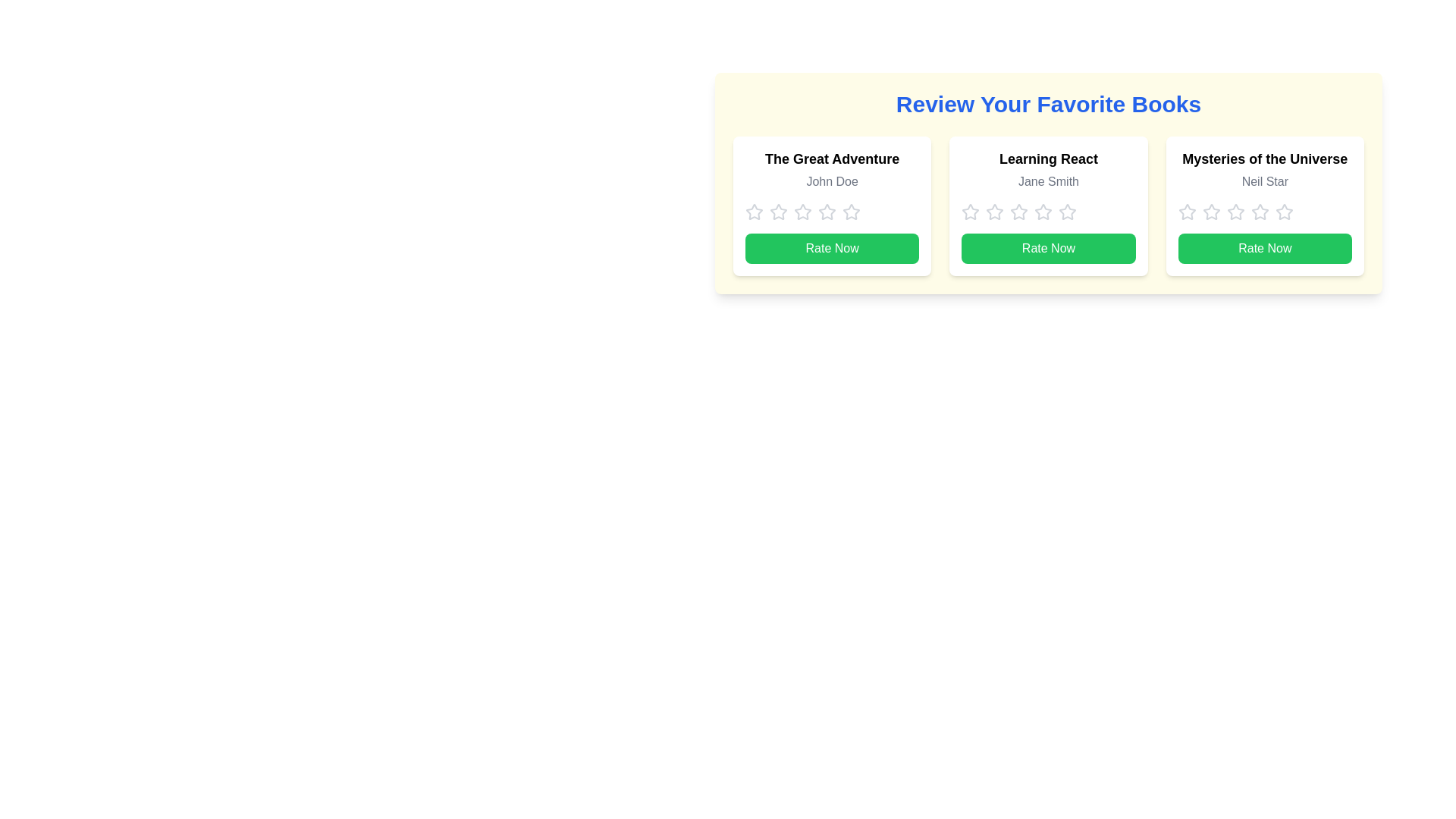 The image size is (1456, 819). I want to click on the fourth star icon in the 5-star rating system under 'Review Your Favorite Books' section for 'The Great Adventure' by John Doe to rate it 4 stars, so click(802, 212).